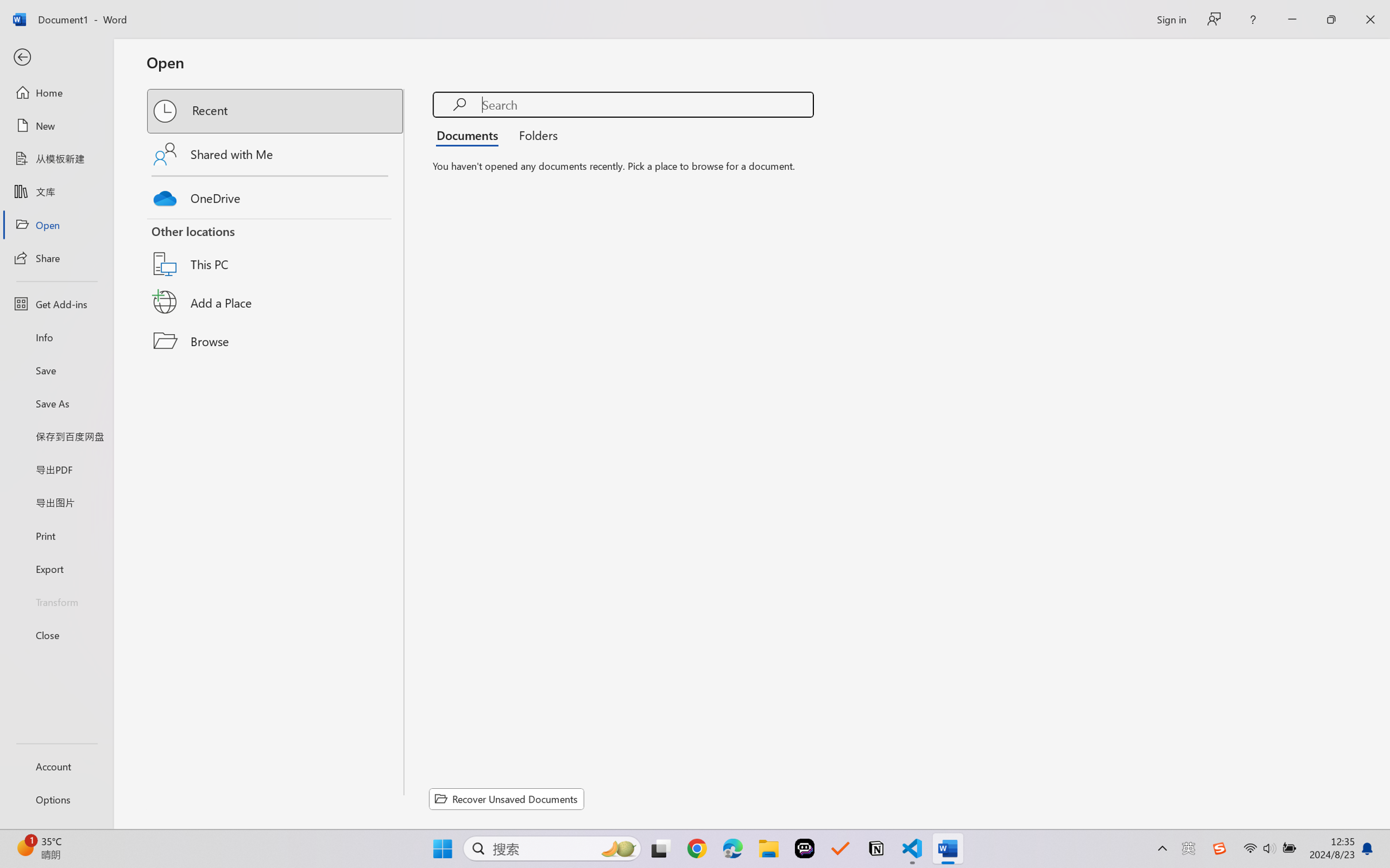 The image size is (1390, 868). What do you see at coordinates (276, 340) in the screenshot?
I see `'Browse'` at bounding box center [276, 340].